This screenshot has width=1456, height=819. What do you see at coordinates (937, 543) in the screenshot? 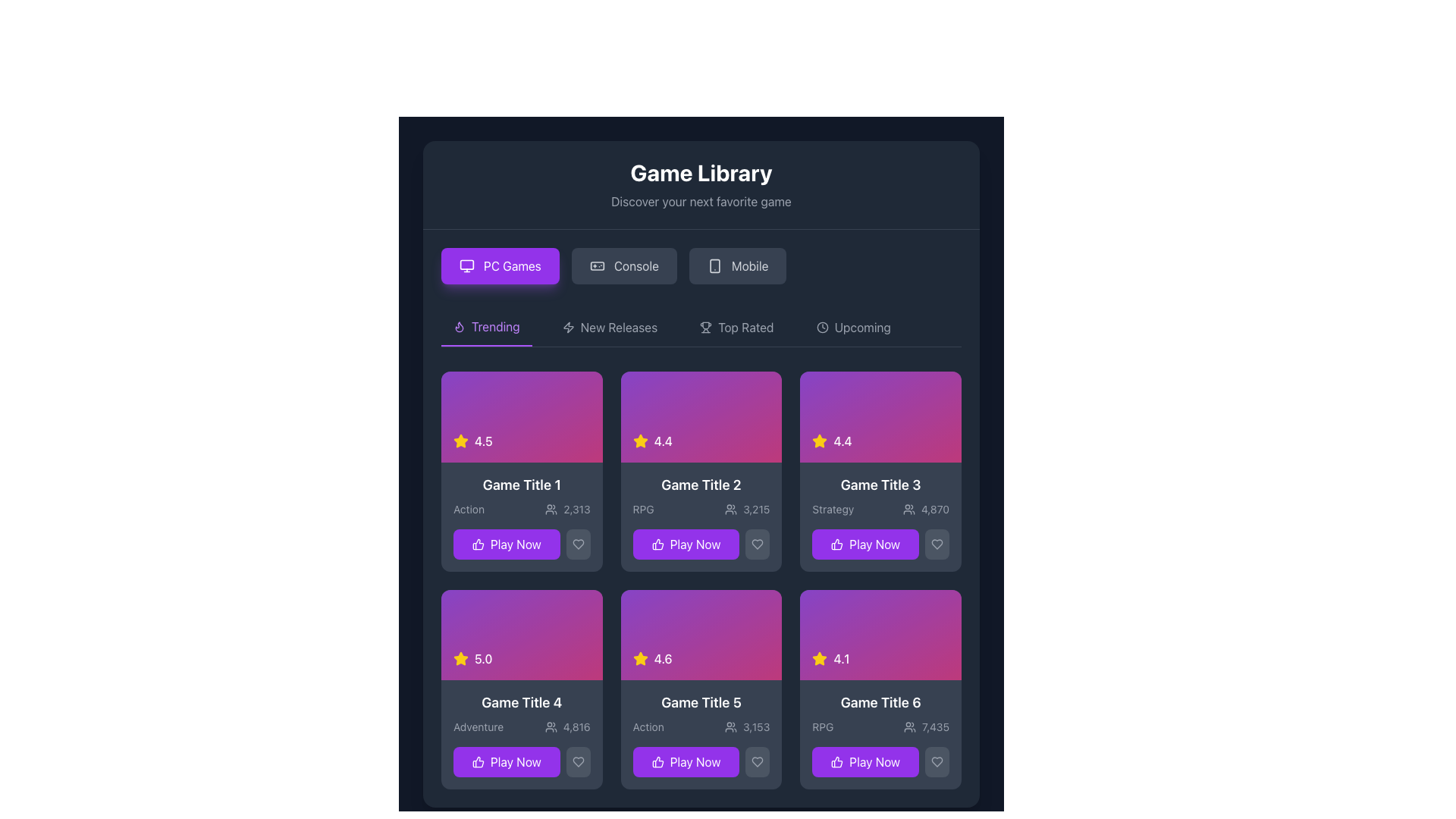
I see `the circular button with a gray background and an outlined heart icon located in the bottom-right corner of the card for 'Game Title 3' to change its style` at bounding box center [937, 543].